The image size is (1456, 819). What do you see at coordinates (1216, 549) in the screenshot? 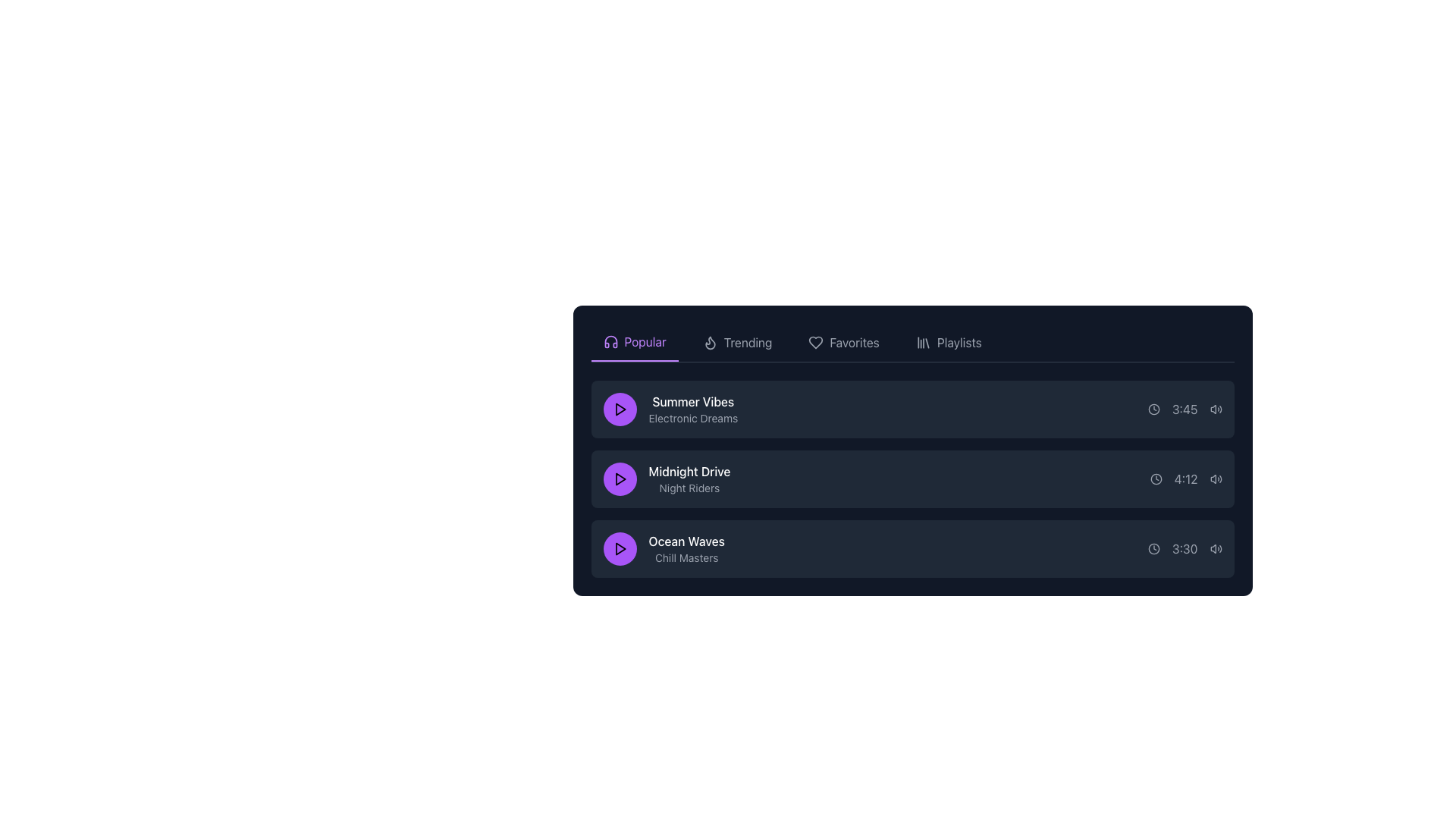
I see `the volume control button located at the far right of the 'Ocean Waves' track row` at bounding box center [1216, 549].